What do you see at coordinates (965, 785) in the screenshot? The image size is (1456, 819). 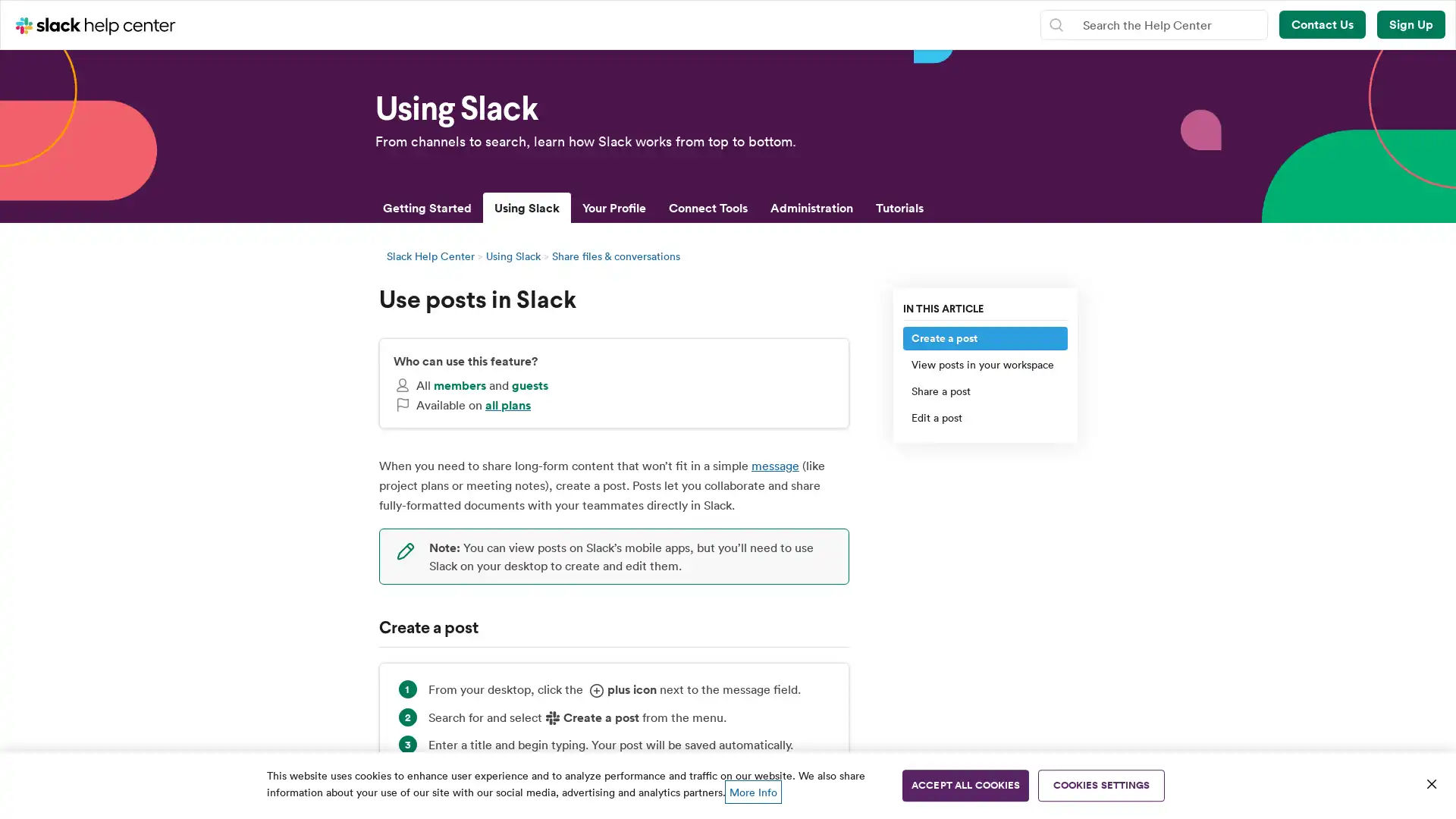 I see `ACCEPT ALL COOKIES` at bounding box center [965, 785].